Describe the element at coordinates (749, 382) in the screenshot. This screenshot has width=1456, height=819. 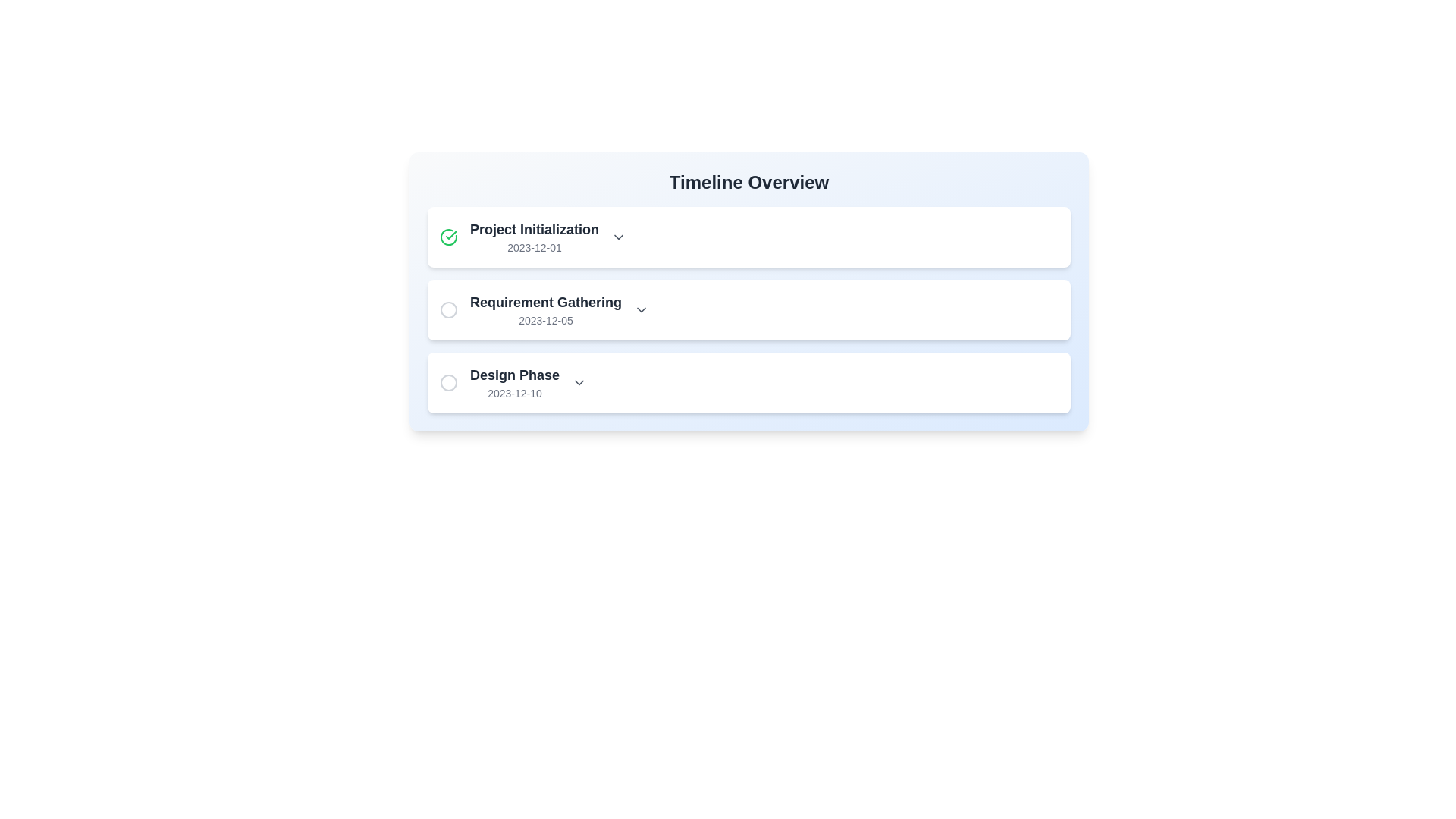
I see `the list item labeled 'Design Phase'` at that location.